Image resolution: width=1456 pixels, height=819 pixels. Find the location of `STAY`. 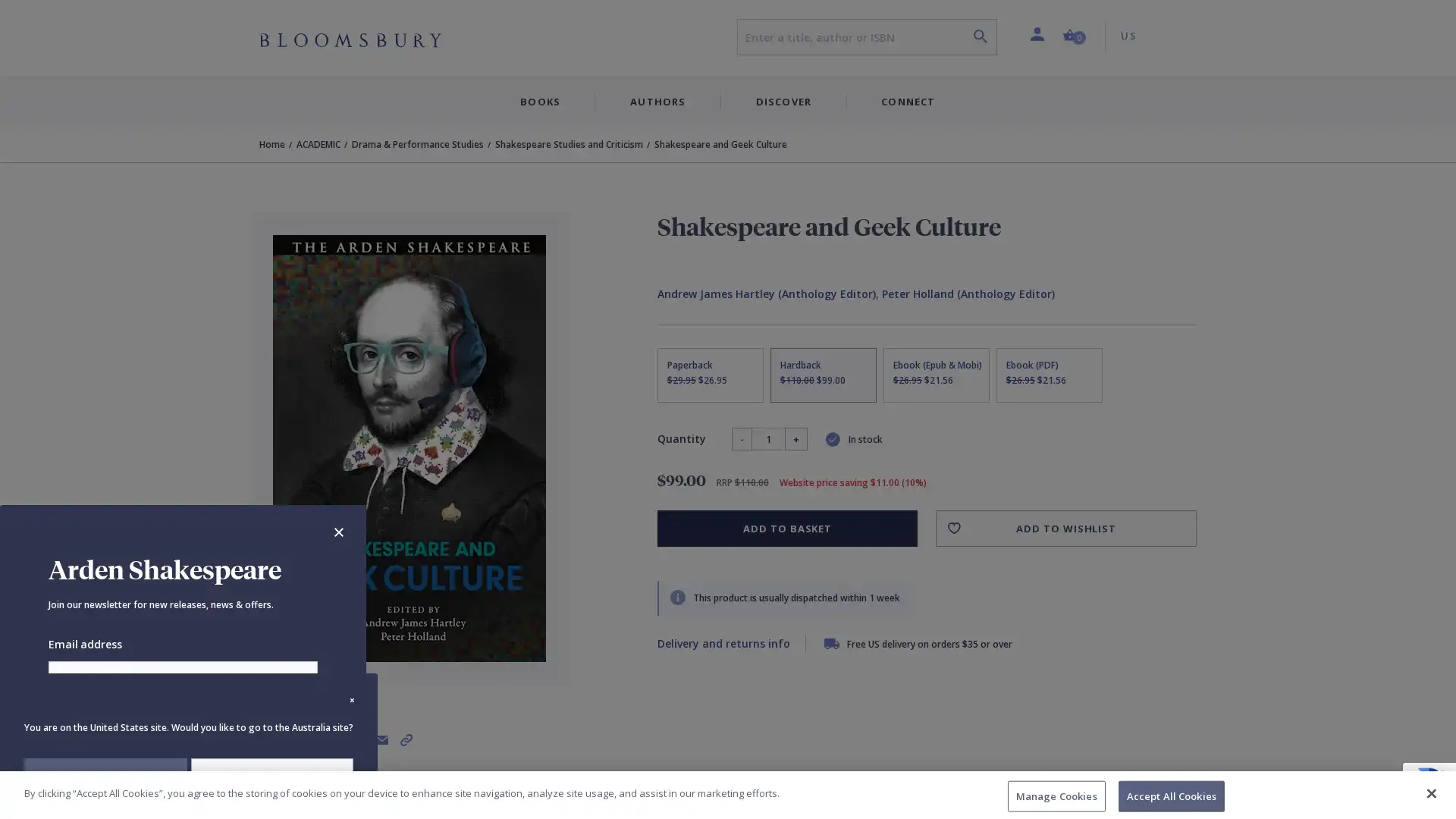

STAY is located at coordinates (105, 776).